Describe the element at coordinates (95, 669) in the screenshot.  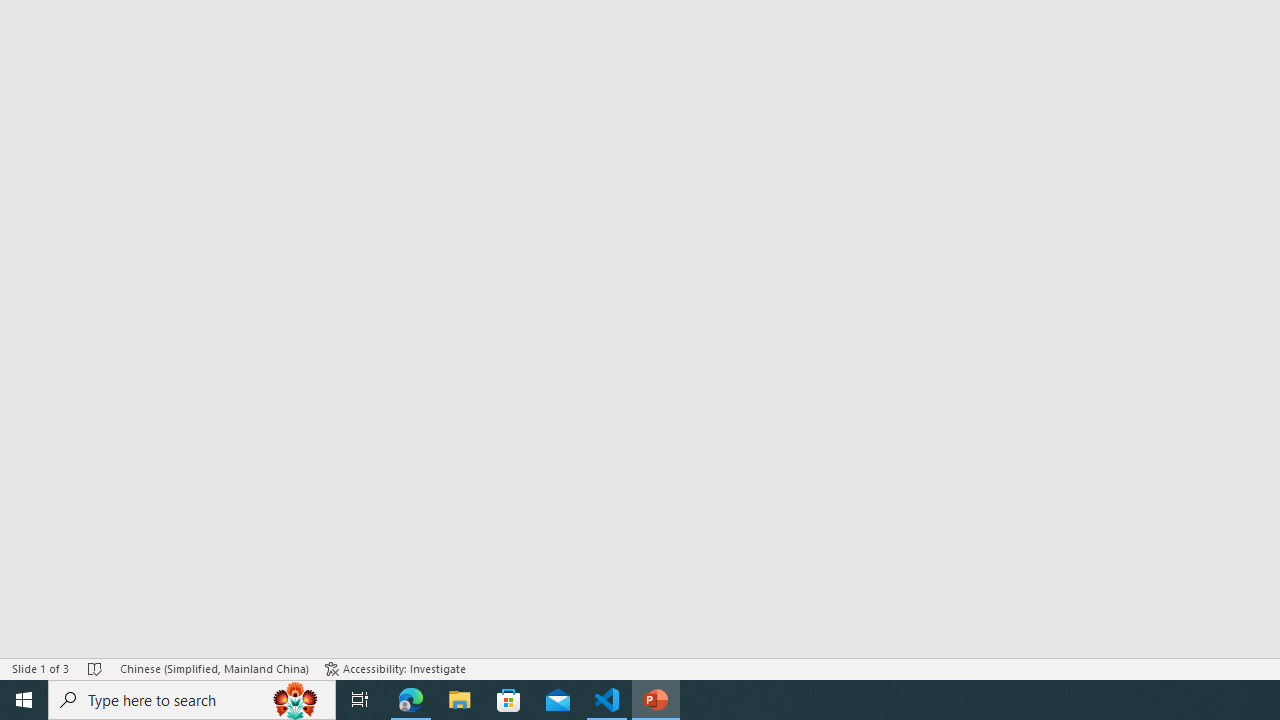
I see `'Spell Check No Errors'` at that location.